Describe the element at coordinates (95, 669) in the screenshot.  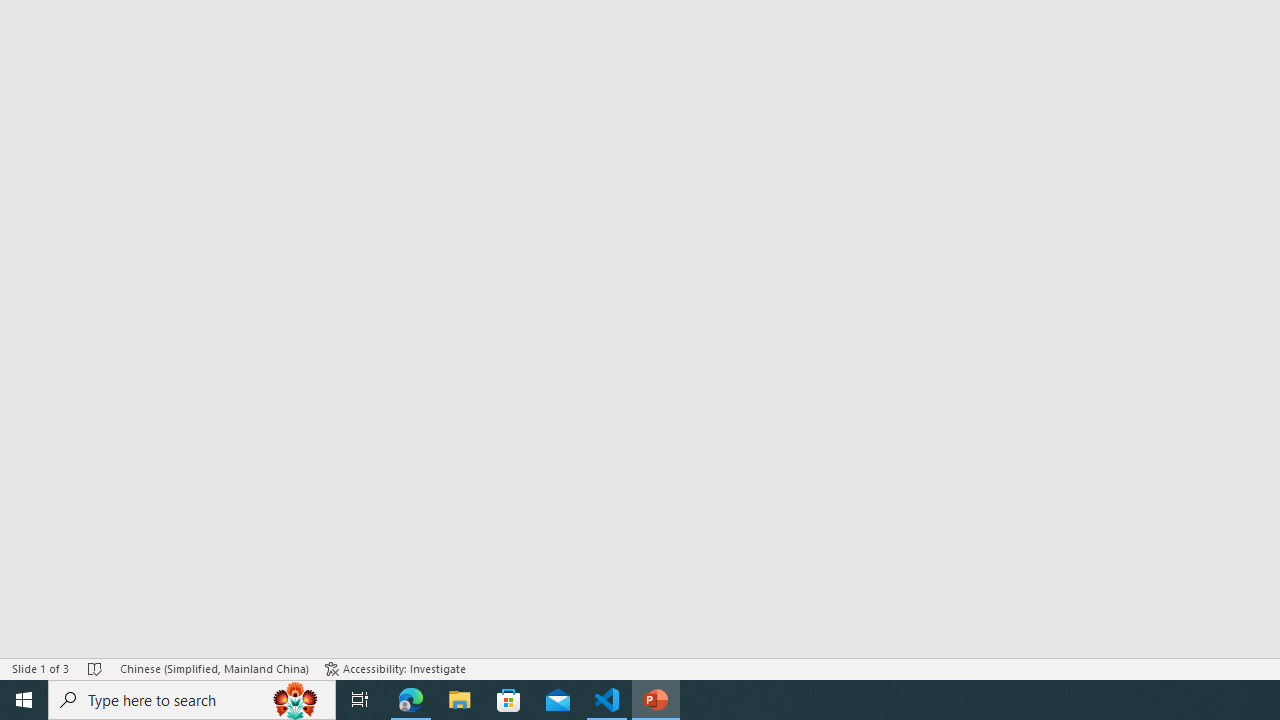
I see `'Spell Check No Errors'` at that location.